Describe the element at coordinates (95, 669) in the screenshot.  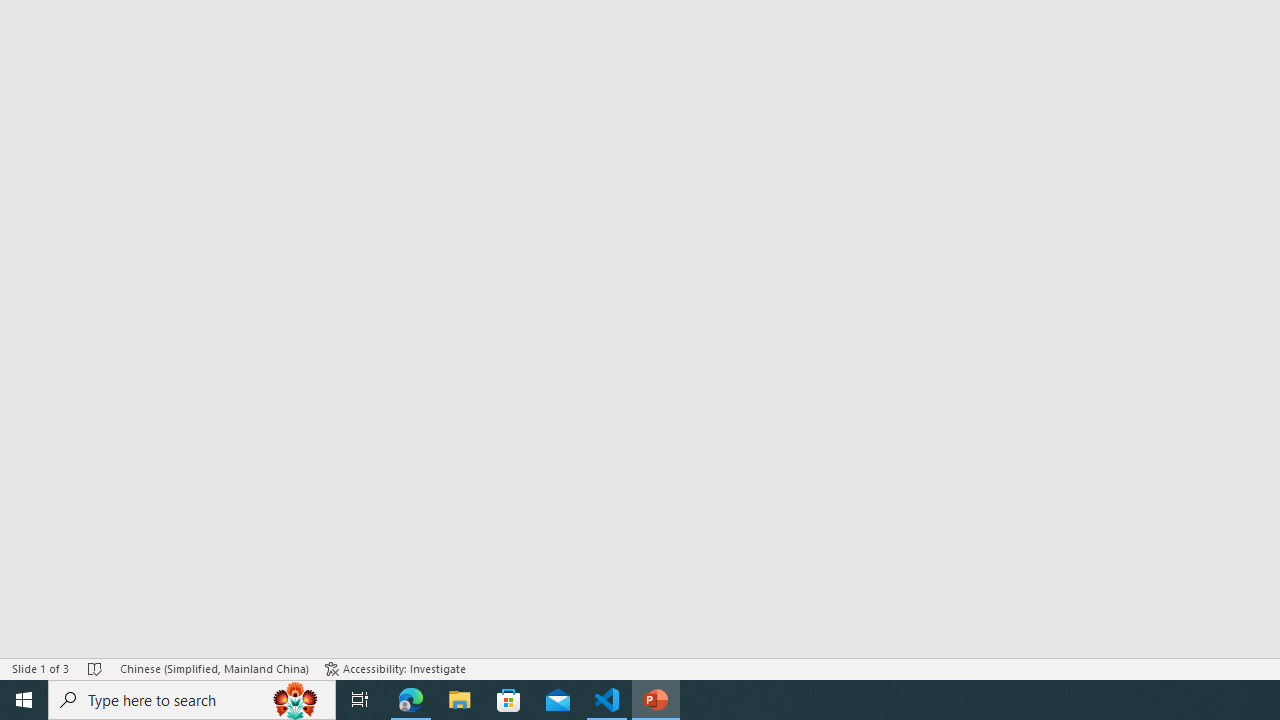
I see `'Spell Check No Errors'` at that location.